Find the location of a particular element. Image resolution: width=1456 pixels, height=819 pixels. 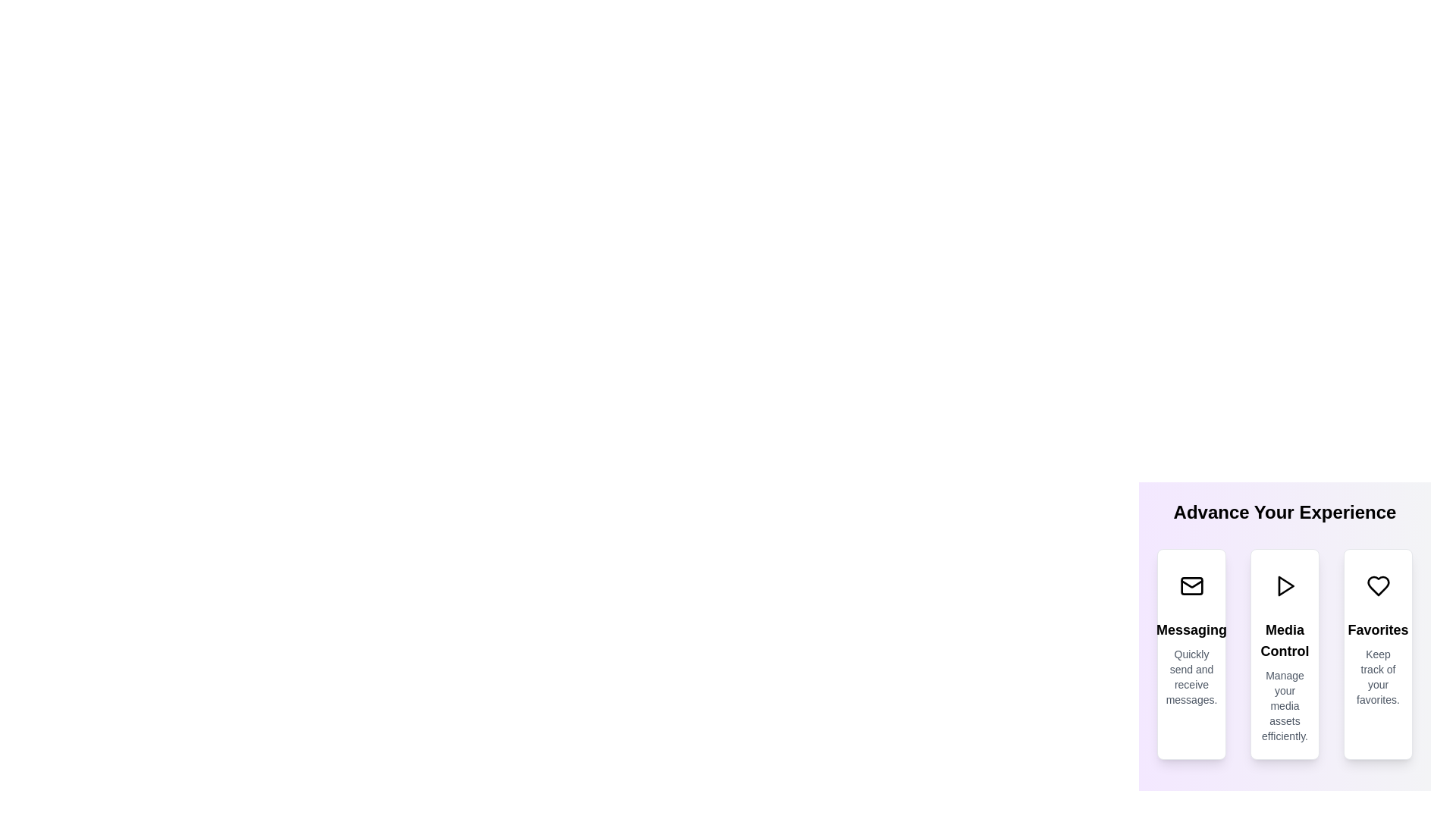

the text label that reads 'Quickly send and receive messages.', which is styled in gray color and located below the heading 'Messaging' in the leftmost card is located at coordinates (1191, 676).